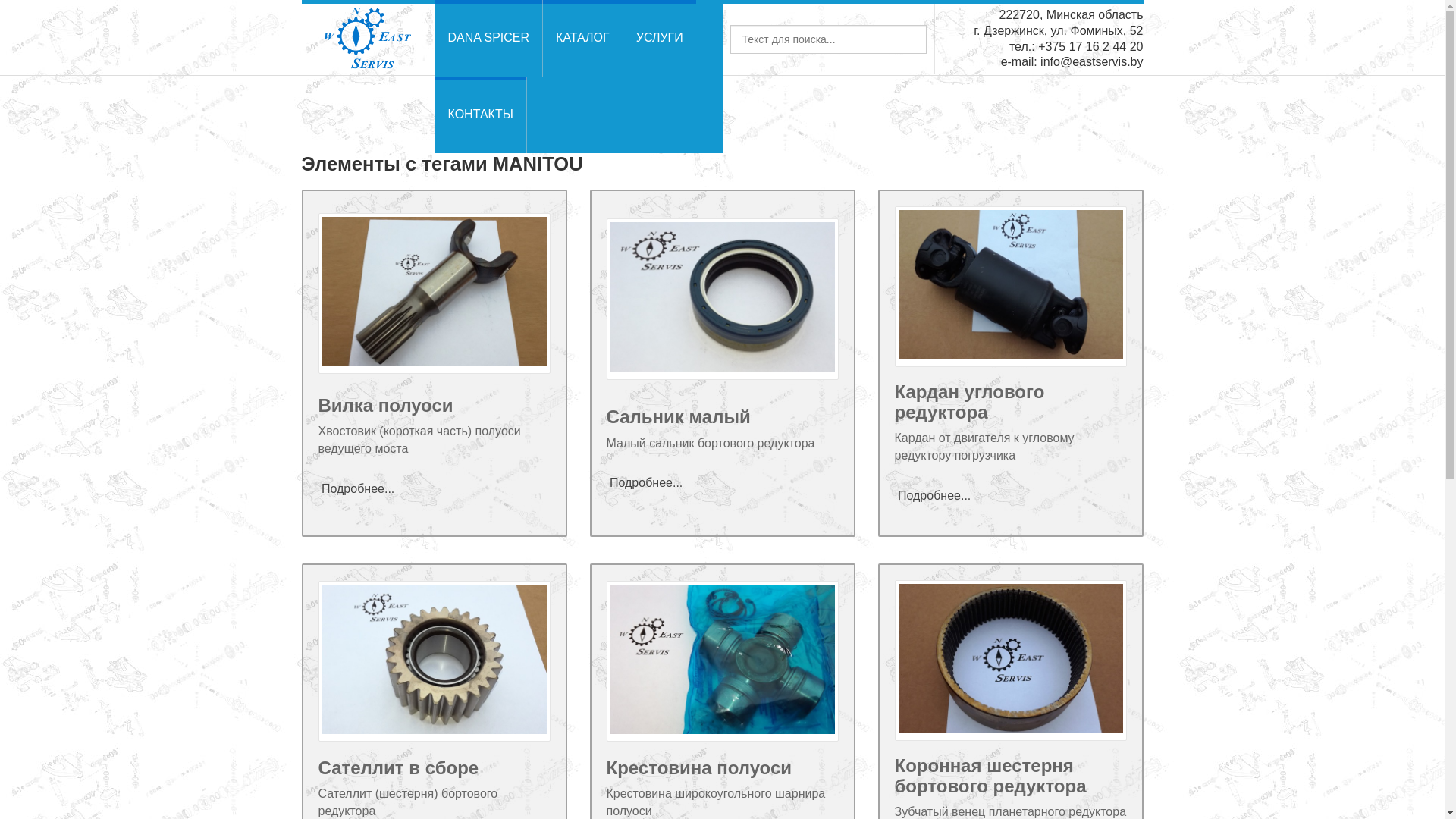 This screenshot has width=1456, height=819. What do you see at coordinates (488, 37) in the screenshot?
I see `'DANA SPICER'` at bounding box center [488, 37].